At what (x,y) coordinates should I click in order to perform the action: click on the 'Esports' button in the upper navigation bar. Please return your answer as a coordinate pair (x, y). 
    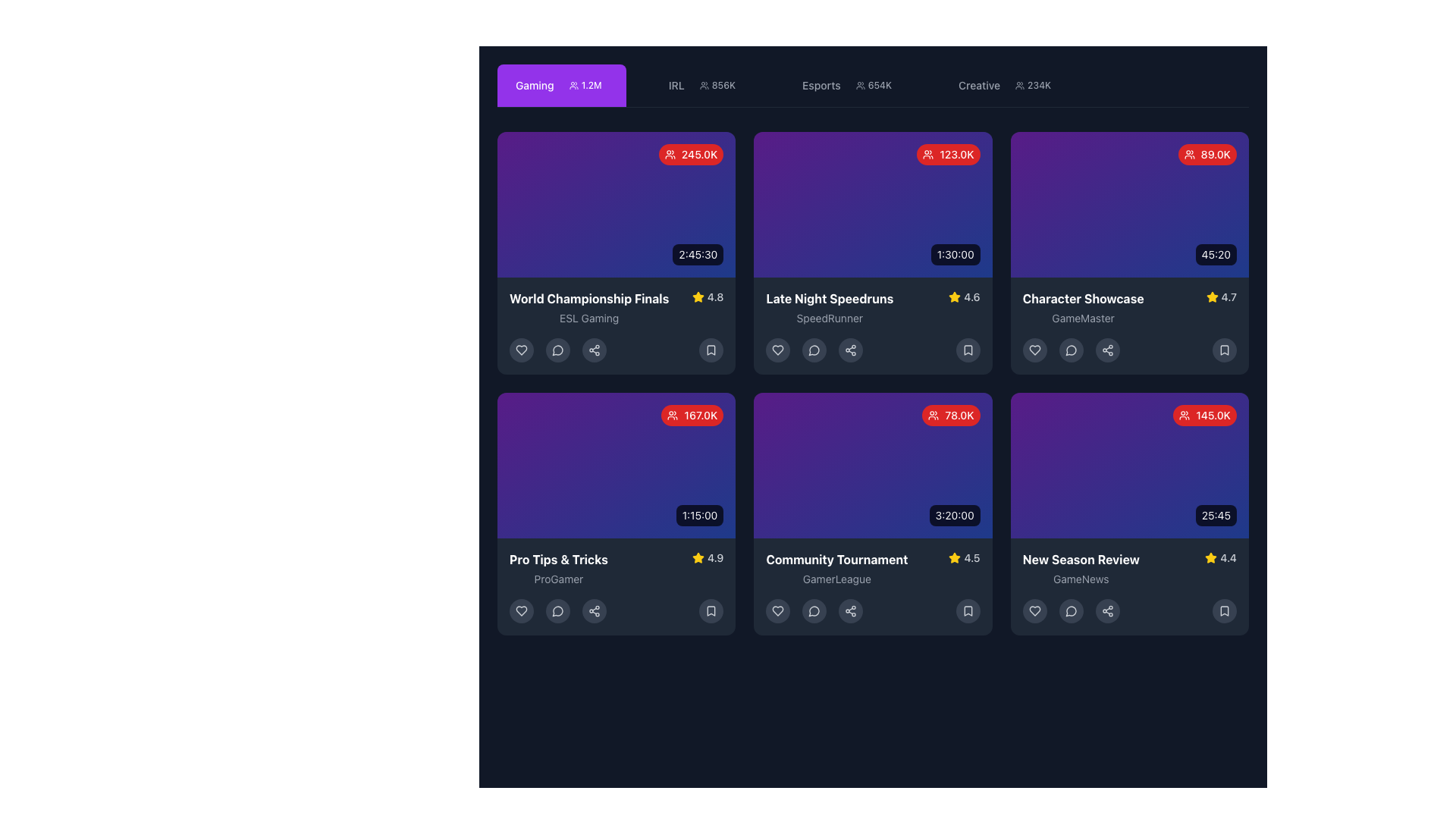
    Looking at the image, I should click on (850, 85).